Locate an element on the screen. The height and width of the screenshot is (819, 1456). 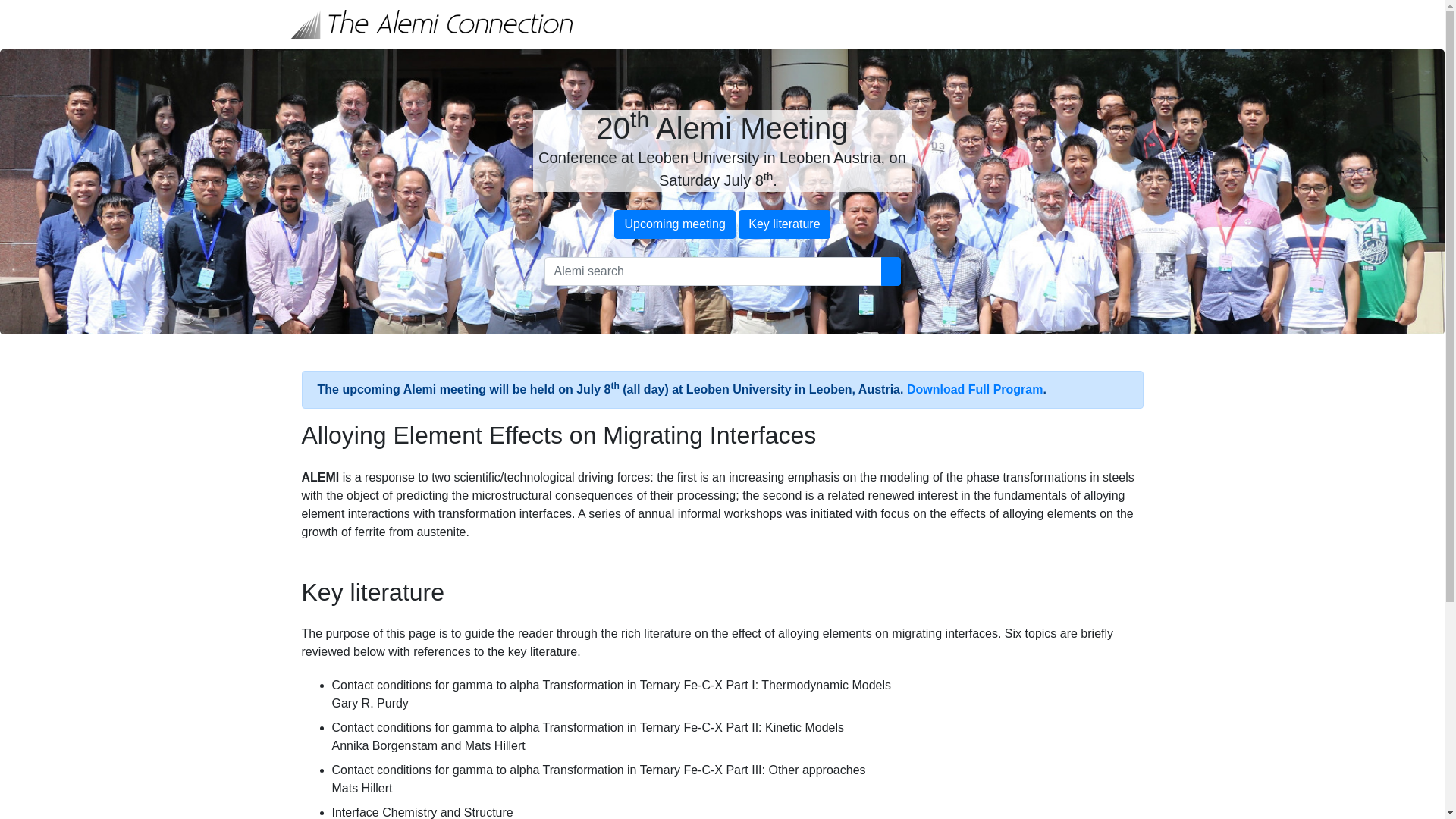
'Key literature' is located at coordinates (783, 224).